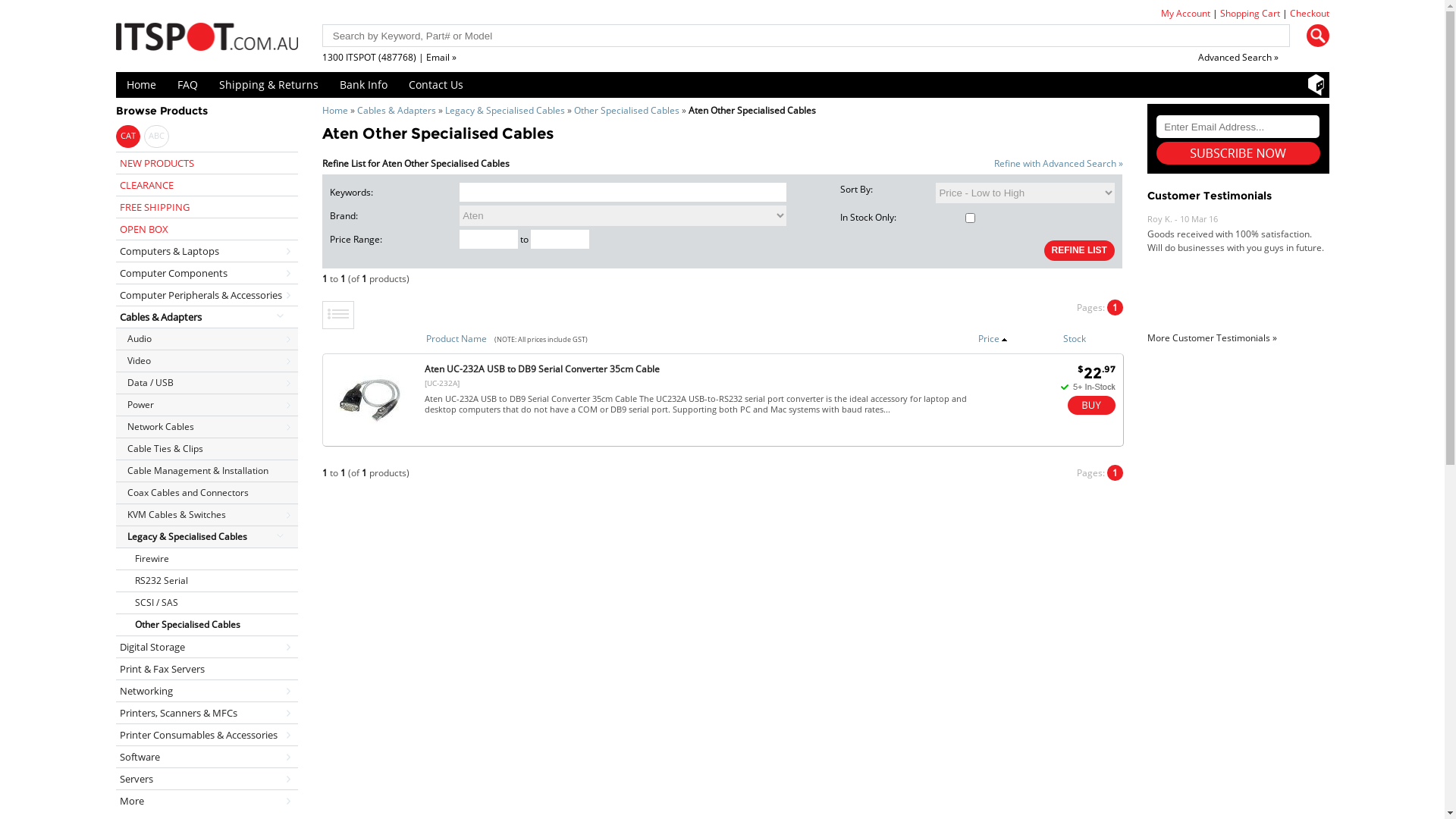  Describe the element at coordinates (206, 756) in the screenshot. I see `'Software'` at that location.